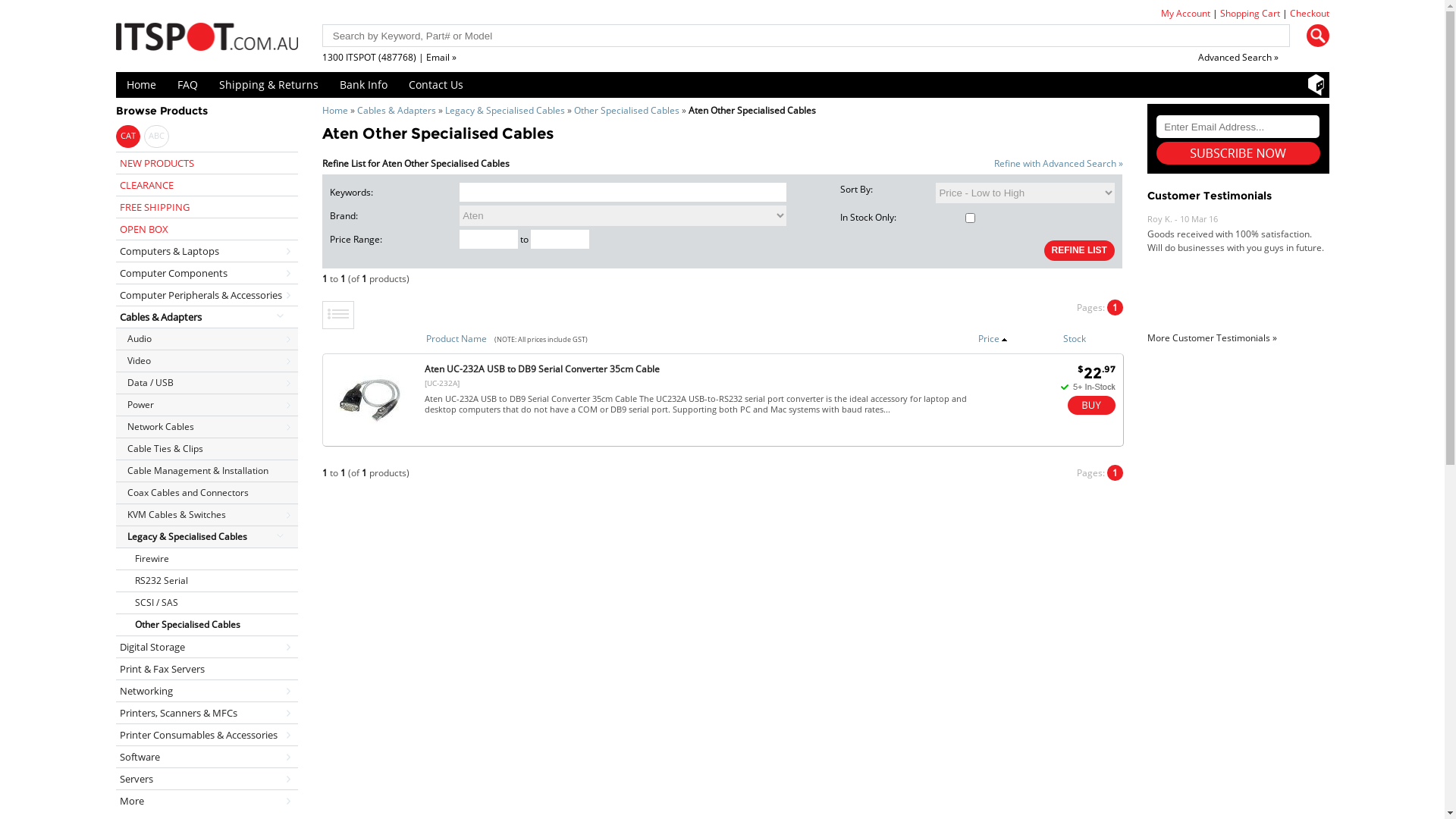  Describe the element at coordinates (206, 756) in the screenshot. I see `'Software'` at that location.